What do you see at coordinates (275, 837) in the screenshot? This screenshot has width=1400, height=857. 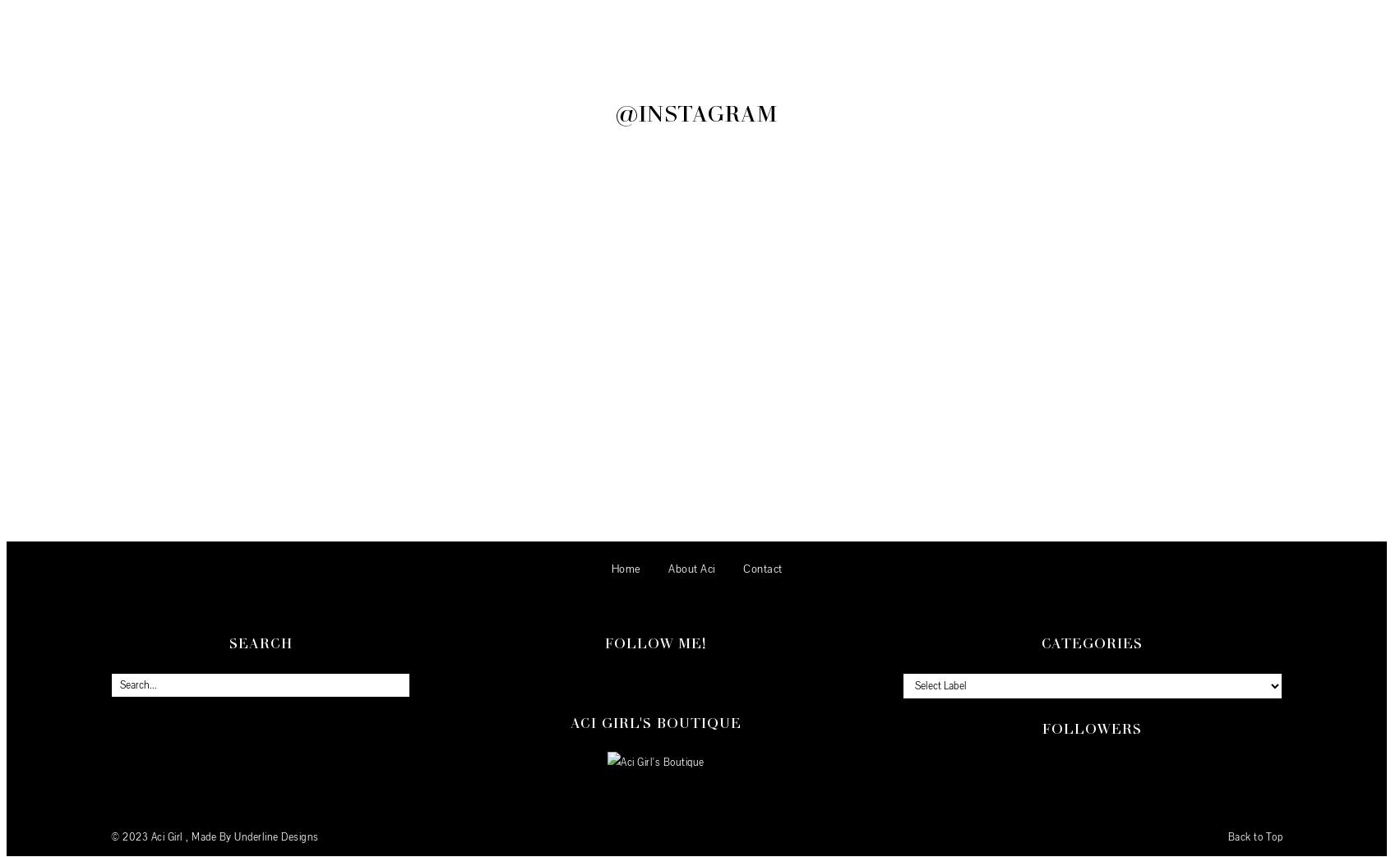 I see `'Underline Designs'` at bounding box center [275, 837].